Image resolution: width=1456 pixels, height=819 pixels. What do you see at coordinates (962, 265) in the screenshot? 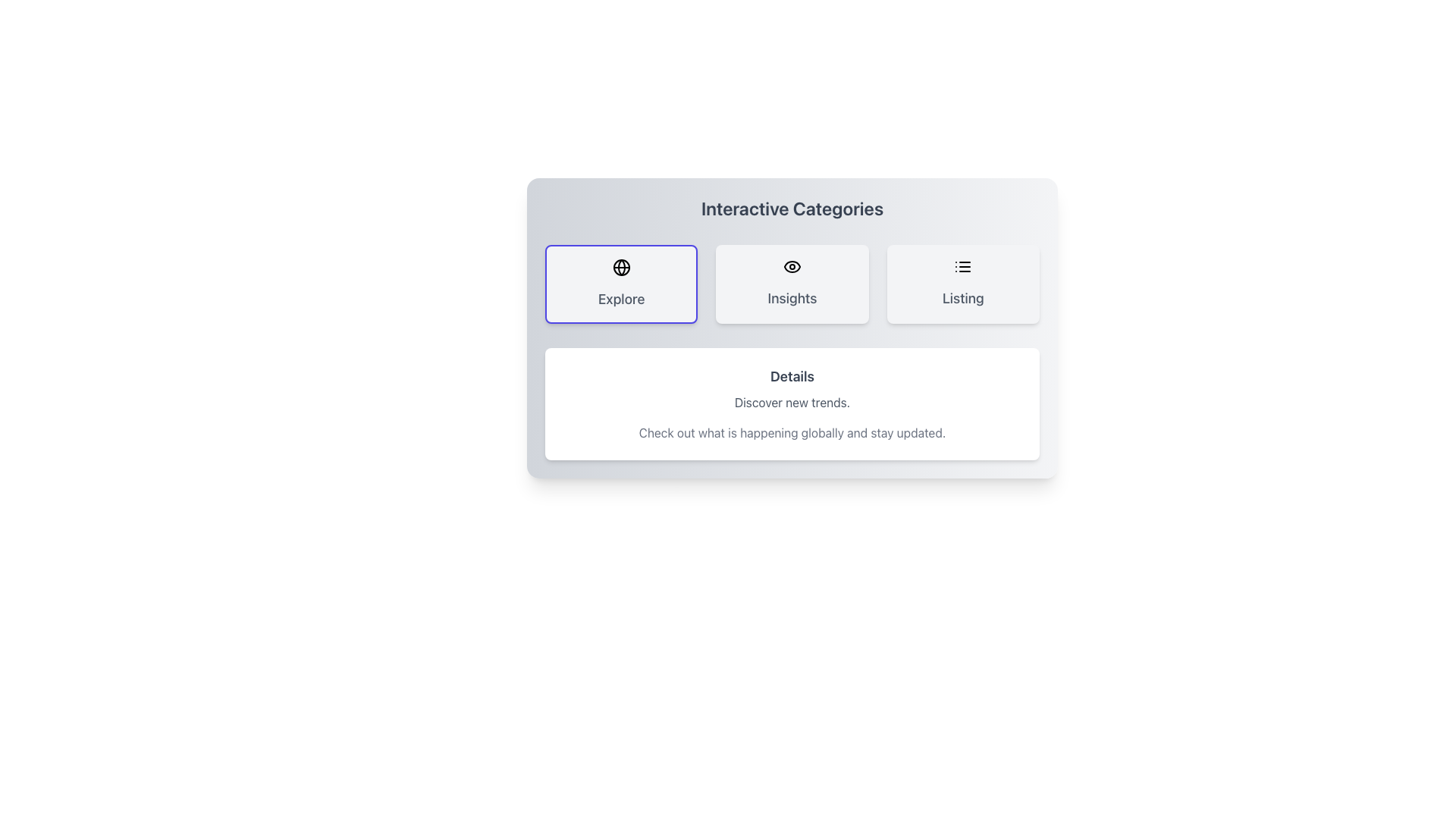
I see `the icon representing the 'Listing' feature, which is located at the upper center of the 'Listing' button, slightly above the text label 'Listing'` at bounding box center [962, 265].